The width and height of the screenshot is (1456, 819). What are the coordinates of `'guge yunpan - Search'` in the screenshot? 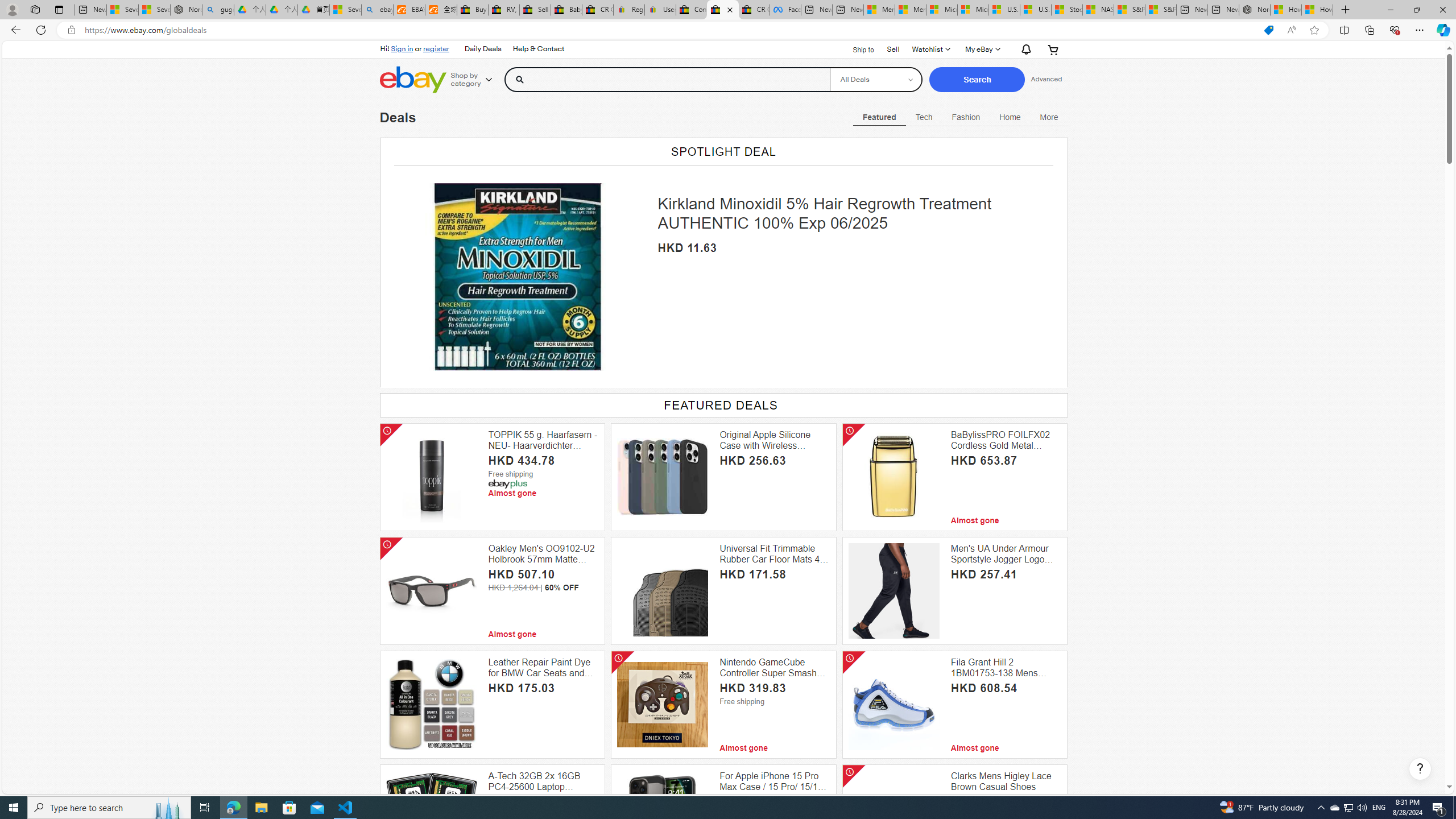 It's located at (218, 9).